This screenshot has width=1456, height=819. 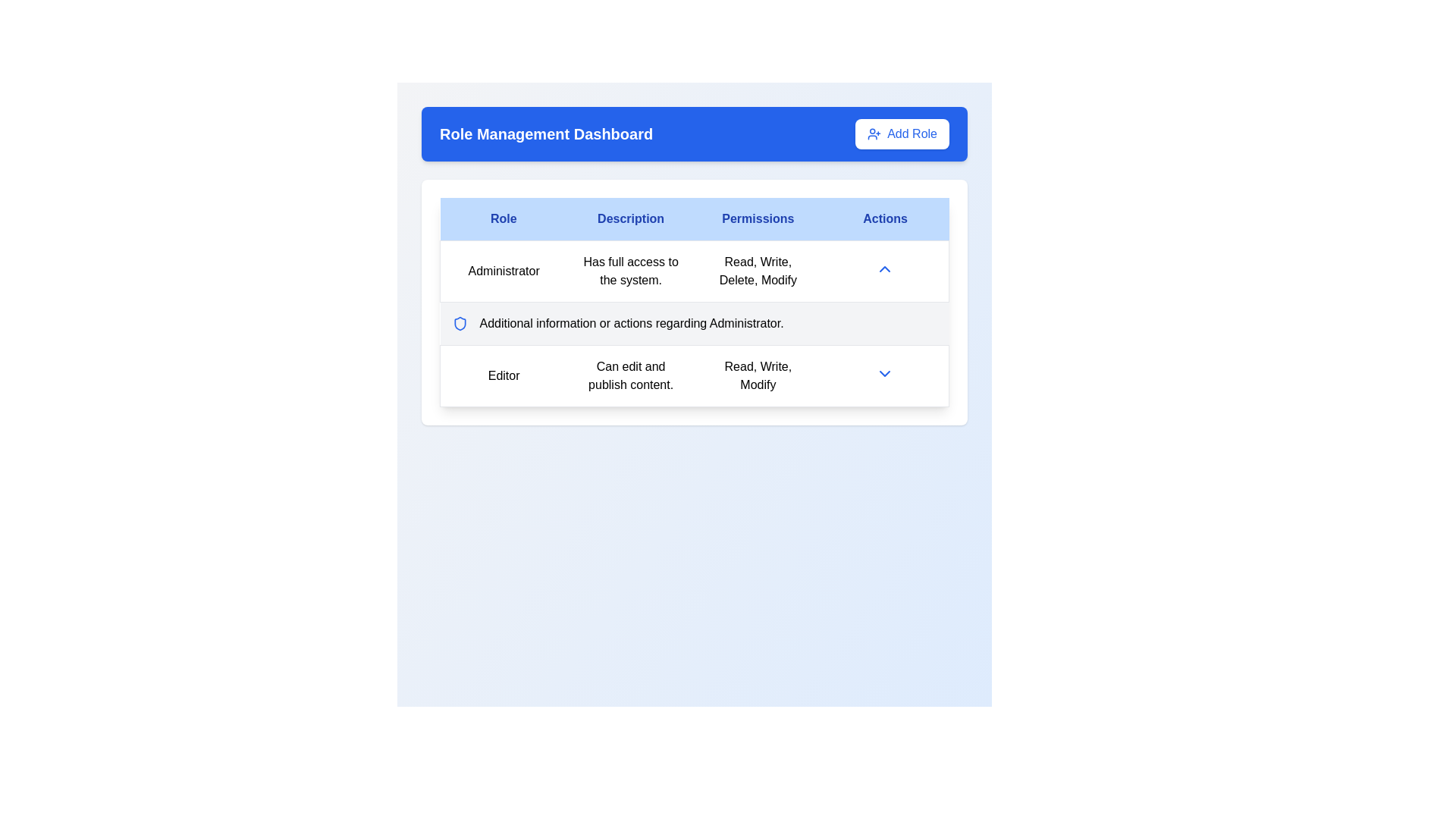 I want to click on the small upward-pointing chevron icon styled in blue located in the 'Actions' column of the row for the 'Administrator' role, so click(x=885, y=268).